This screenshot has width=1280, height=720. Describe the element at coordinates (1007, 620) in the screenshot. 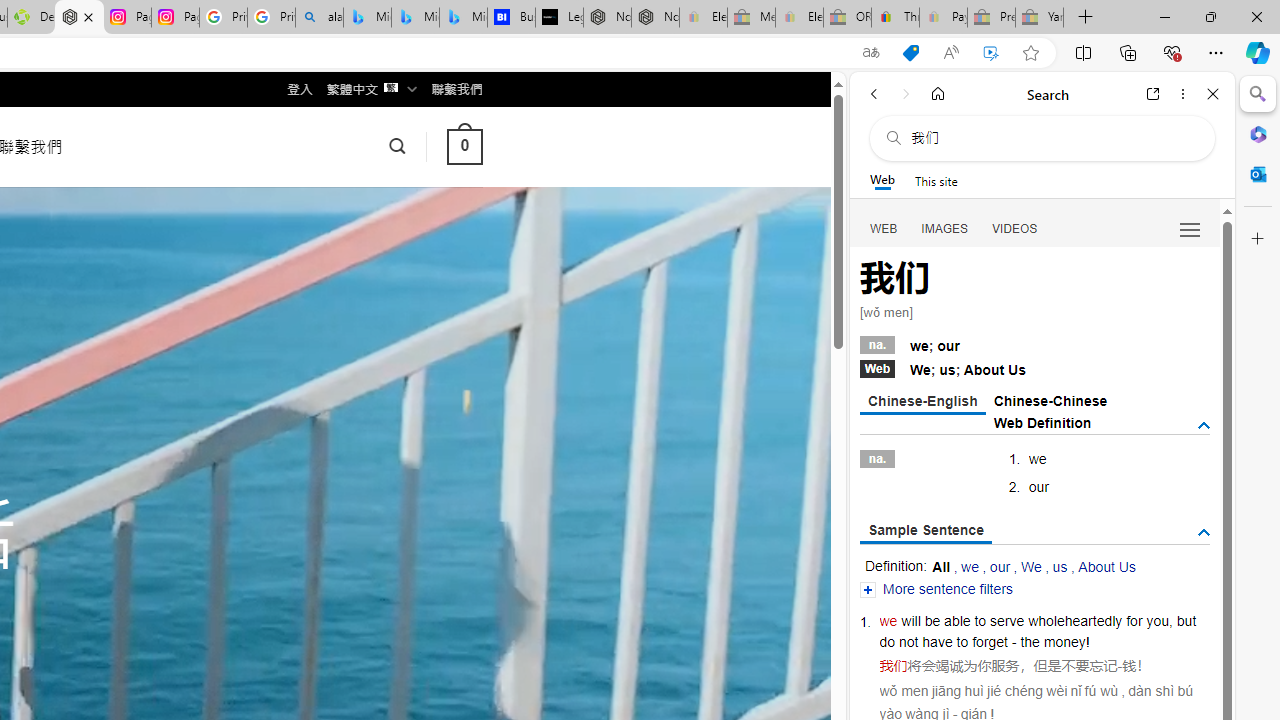

I see `'serve'` at that location.